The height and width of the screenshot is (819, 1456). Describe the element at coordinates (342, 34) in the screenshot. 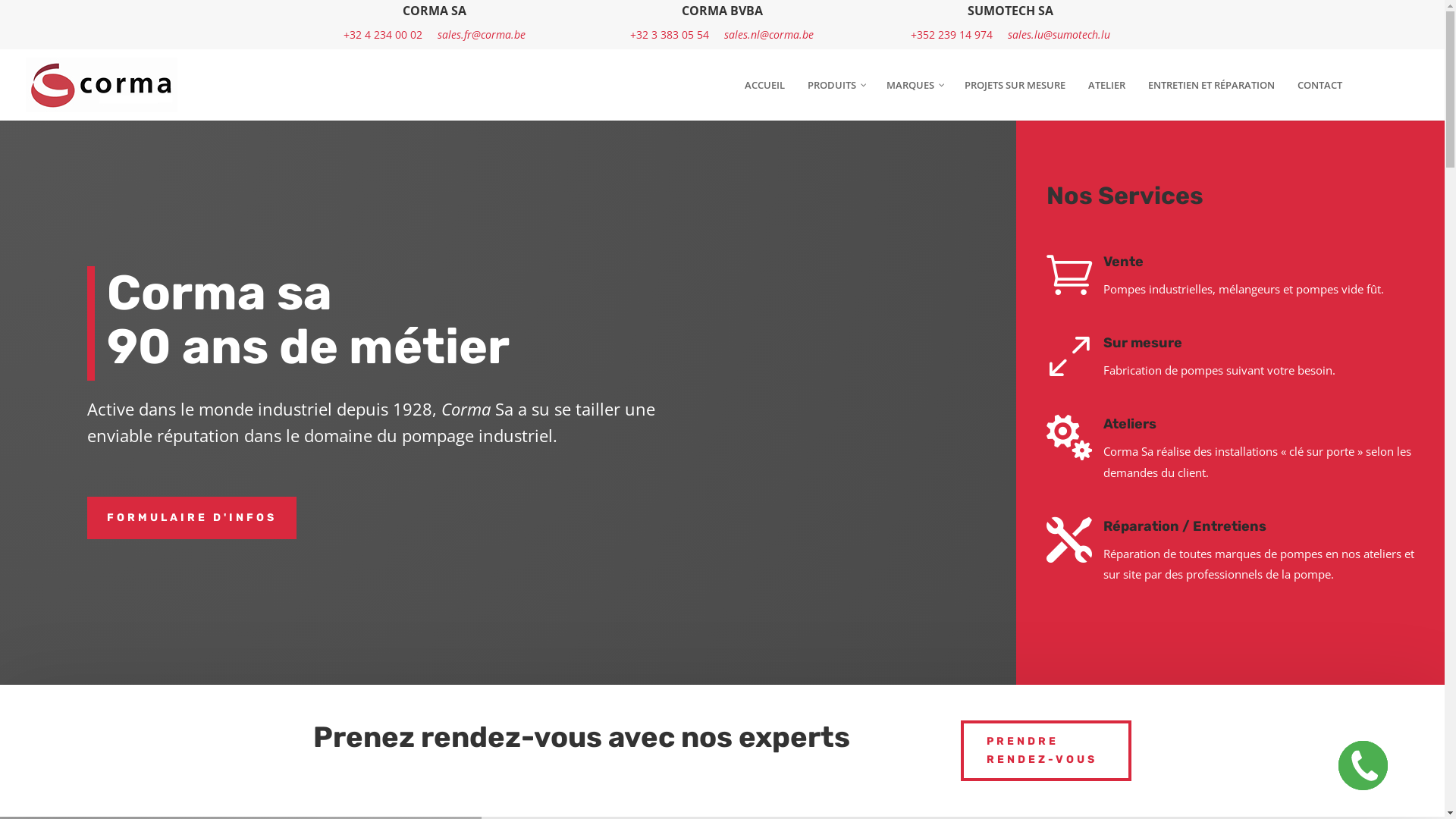

I see `'+32 4 234 00 02'` at that location.